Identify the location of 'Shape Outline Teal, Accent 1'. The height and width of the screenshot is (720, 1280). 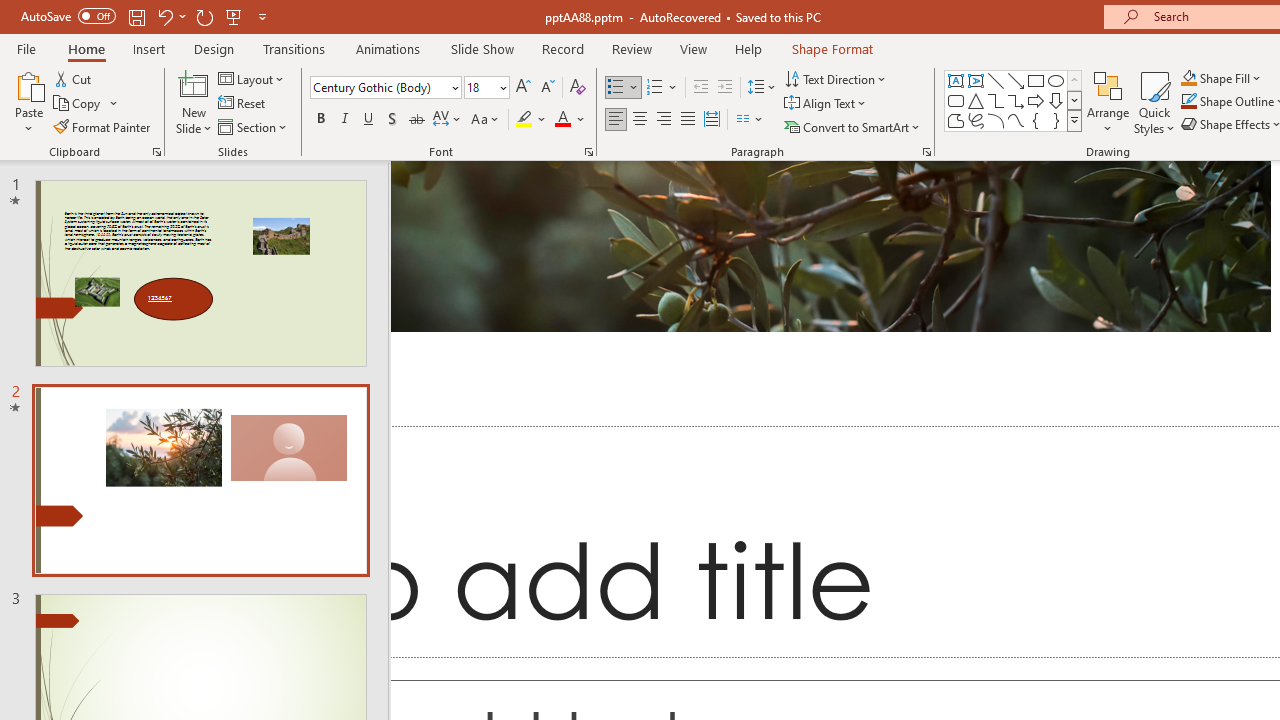
(1189, 101).